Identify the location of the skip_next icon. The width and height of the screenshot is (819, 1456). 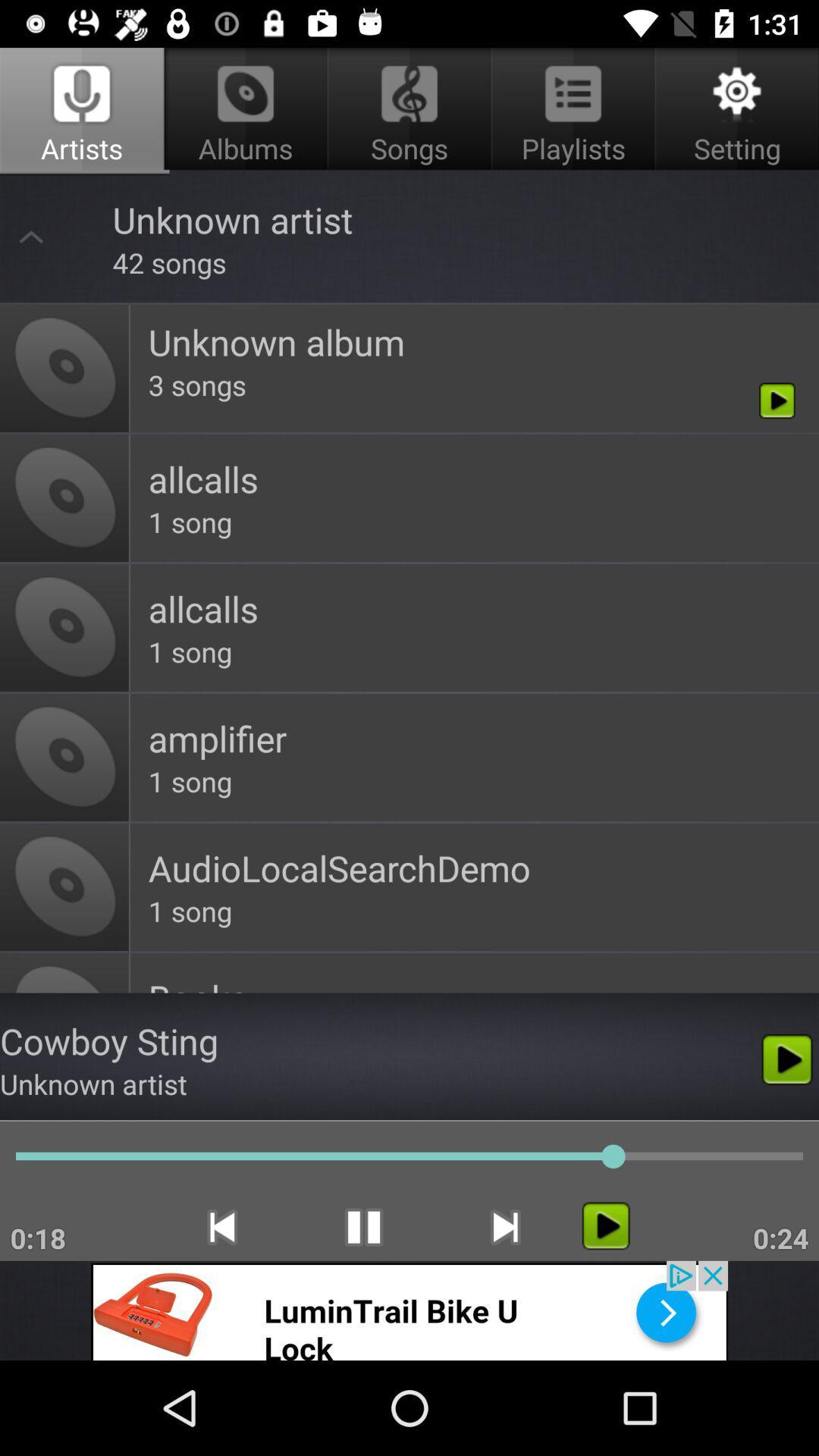
(505, 1227).